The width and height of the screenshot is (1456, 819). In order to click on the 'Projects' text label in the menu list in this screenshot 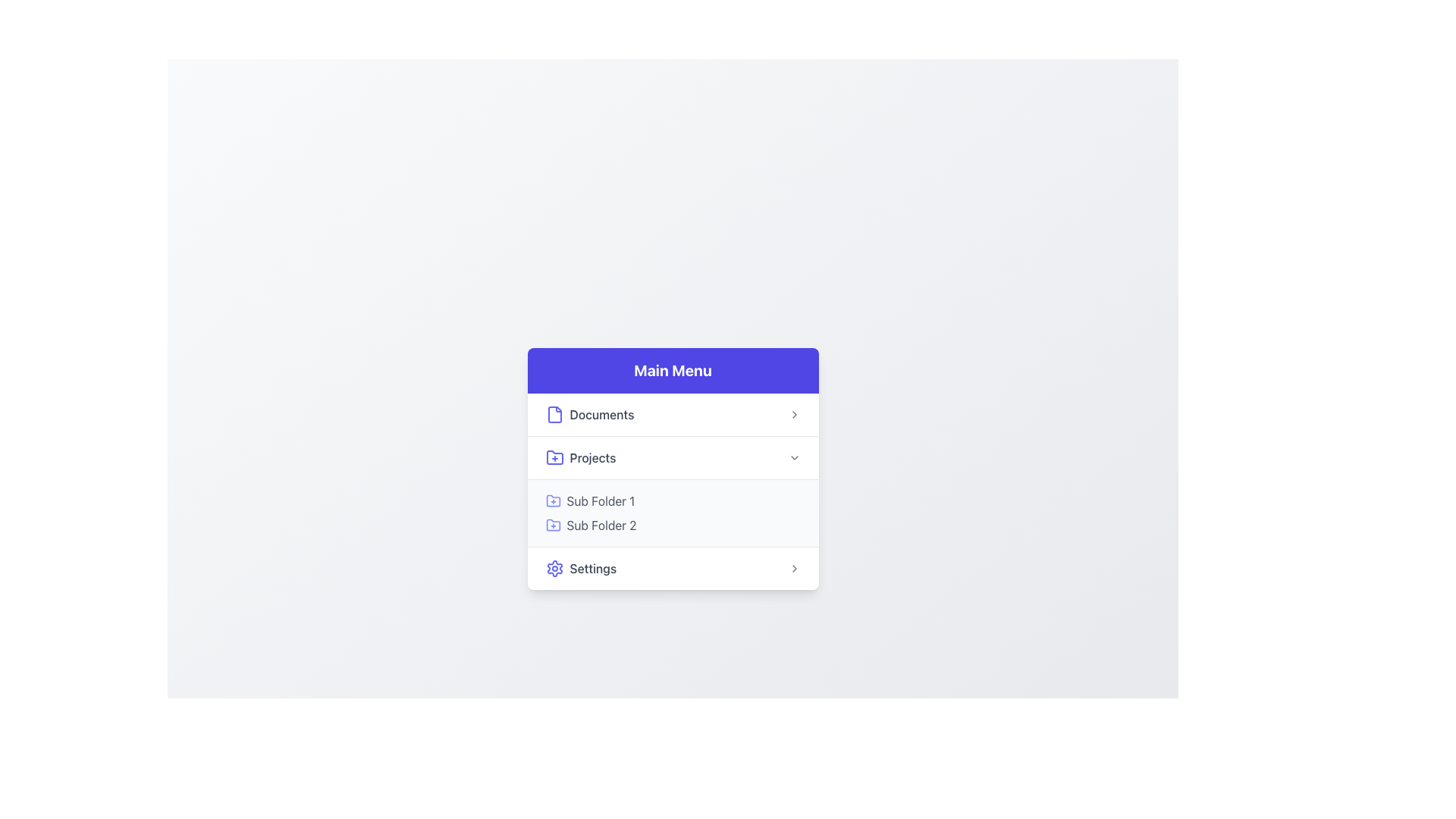, I will do `click(592, 457)`.